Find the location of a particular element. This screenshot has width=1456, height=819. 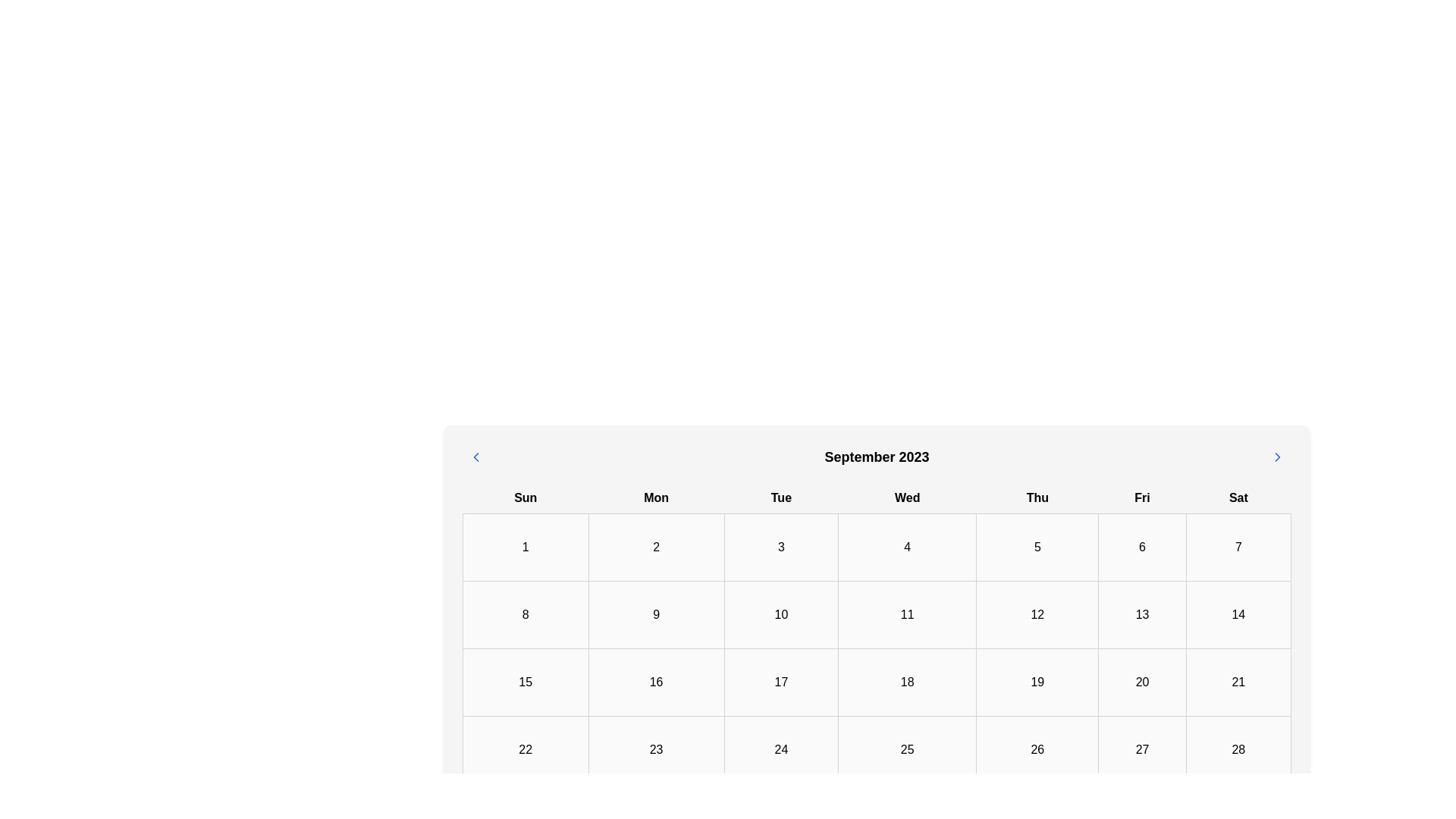

the button representing 'Friday, 13th September 2023' in the calendar interface is located at coordinates (1142, 614).